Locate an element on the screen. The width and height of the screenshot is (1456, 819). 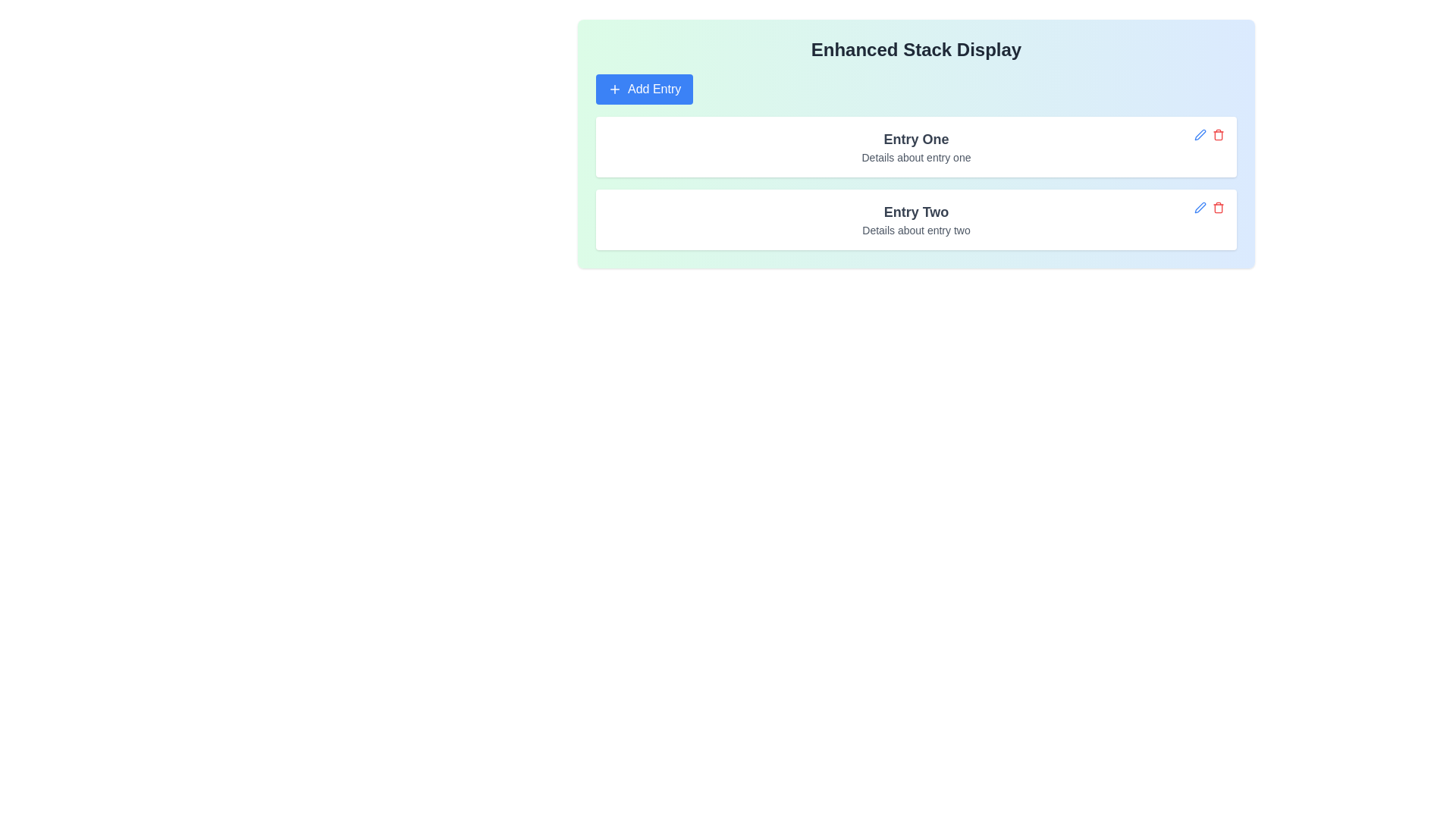
the delete button icon located at the top-right corner of the entry list to trigger any hover effects is located at coordinates (1219, 133).